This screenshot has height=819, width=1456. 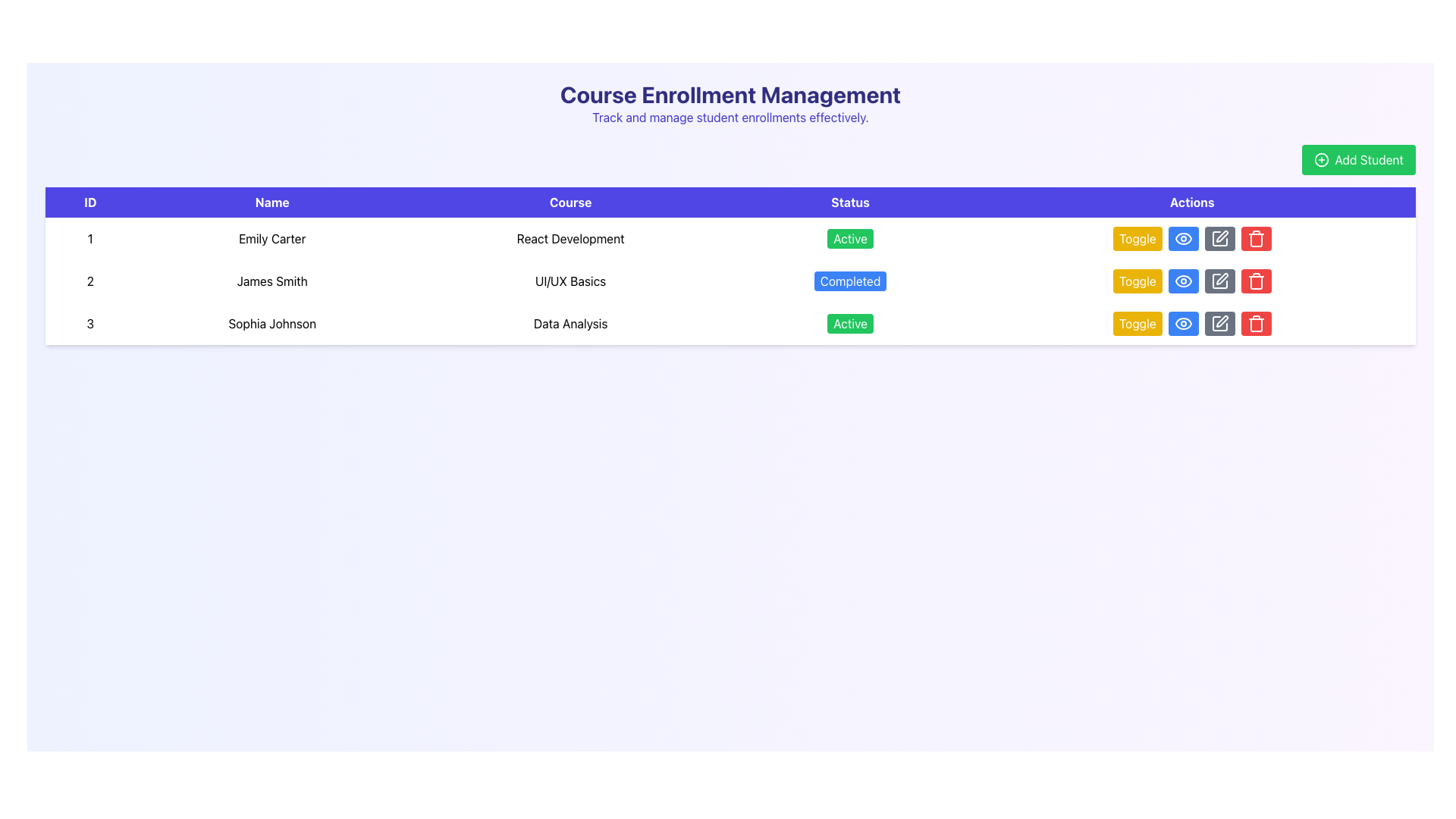 I want to click on the display-only label indicating the name of an individual located in the second column of the first row under the 'Name' header, so click(x=272, y=239).